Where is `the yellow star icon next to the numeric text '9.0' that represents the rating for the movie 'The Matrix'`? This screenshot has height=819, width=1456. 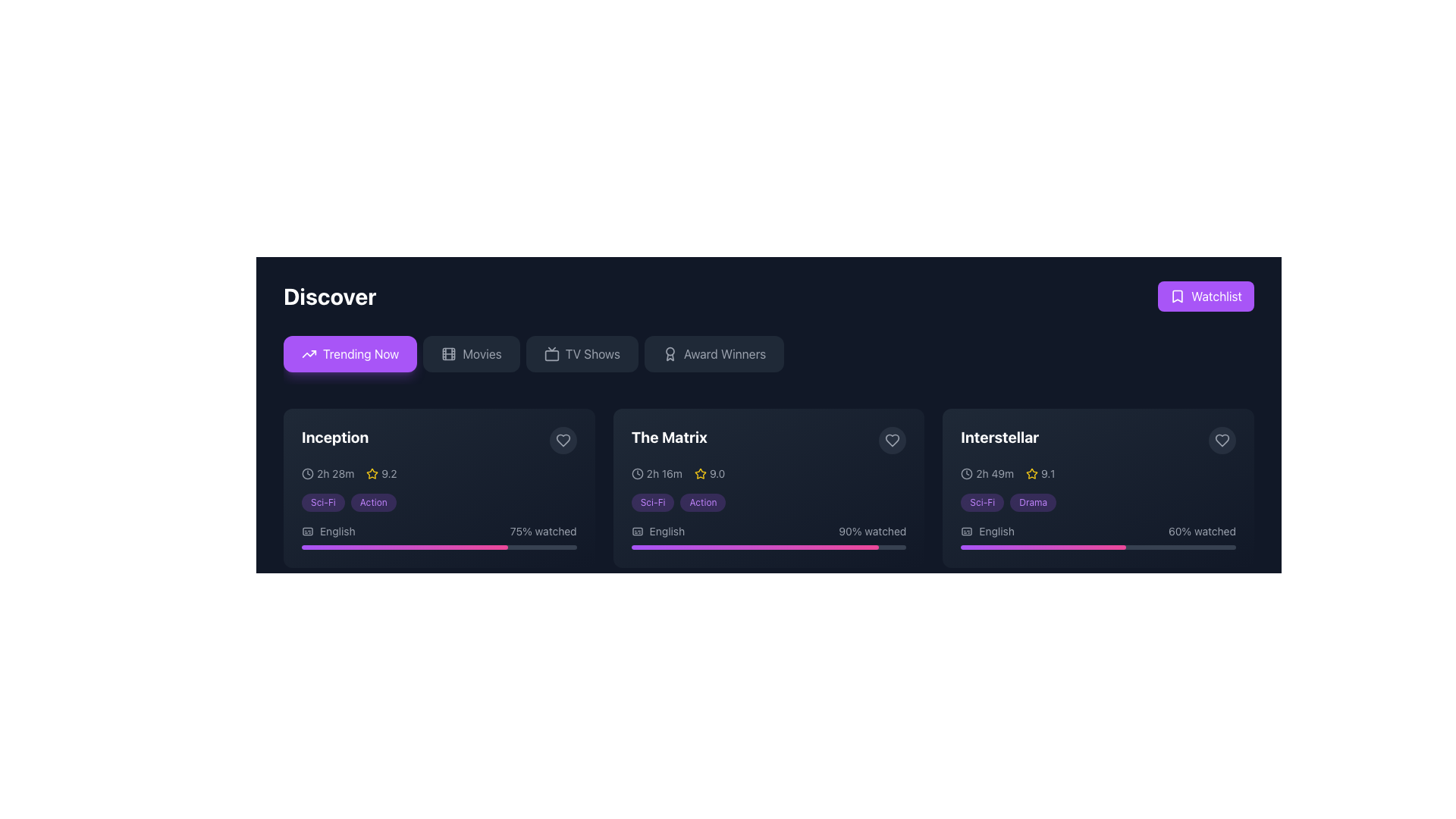 the yellow star icon next to the numeric text '9.0' that represents the rating for the movie 'The Matrix' is located at coordinates (699, 472).